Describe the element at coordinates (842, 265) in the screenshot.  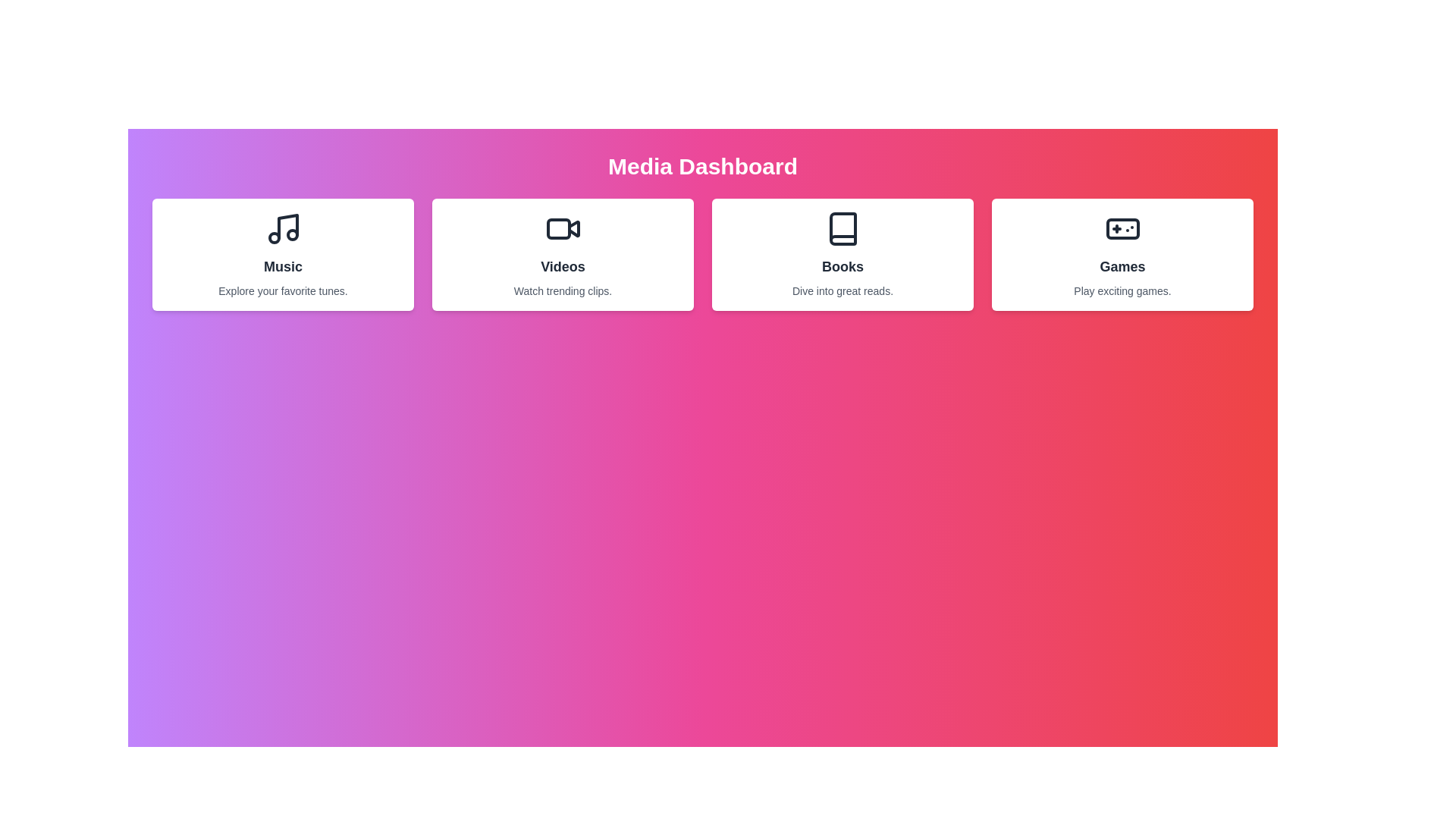
I see `the 'Books' title label which serves as a title for the 'Books' card within the dashboard interface` at that location.